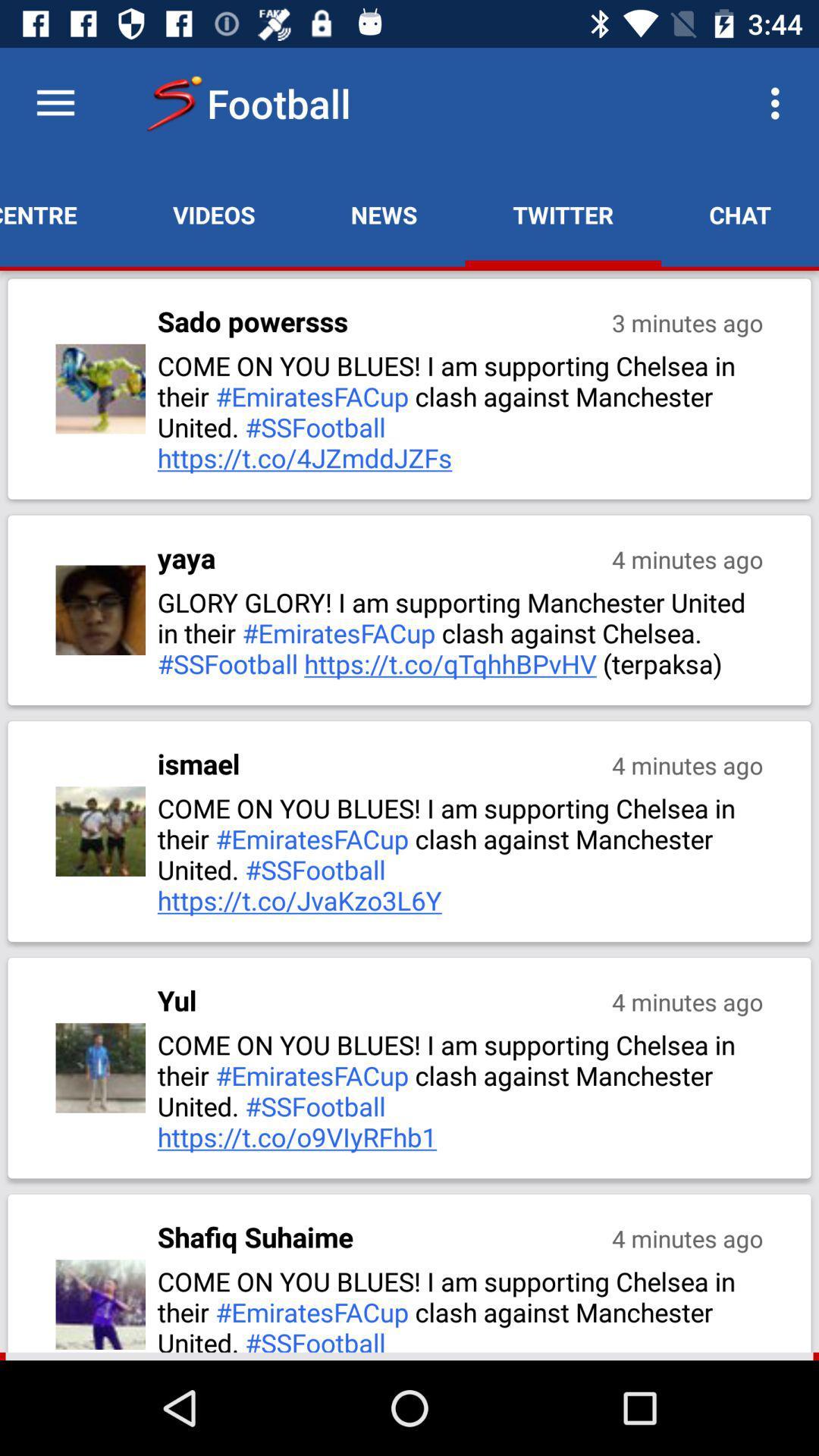 Image resolution: width=819 pixels, height=1456 pixels. I want to click on the icon to the left of the videos item, so click(61, 214).